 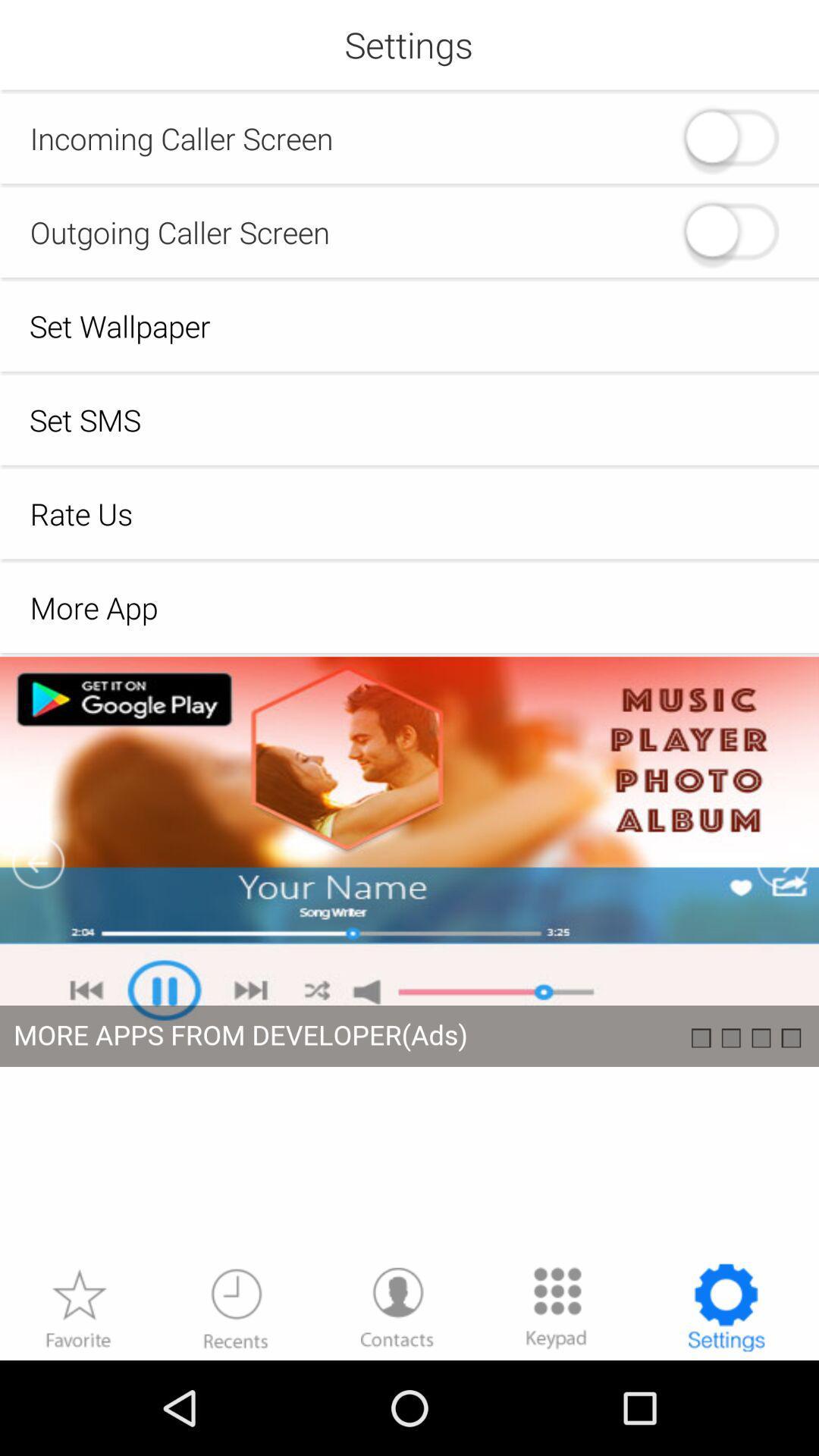 What do you see at coordinates (725, 1307) in the screenshot?
I see `setting the option` at bounding box center [725, 1307].